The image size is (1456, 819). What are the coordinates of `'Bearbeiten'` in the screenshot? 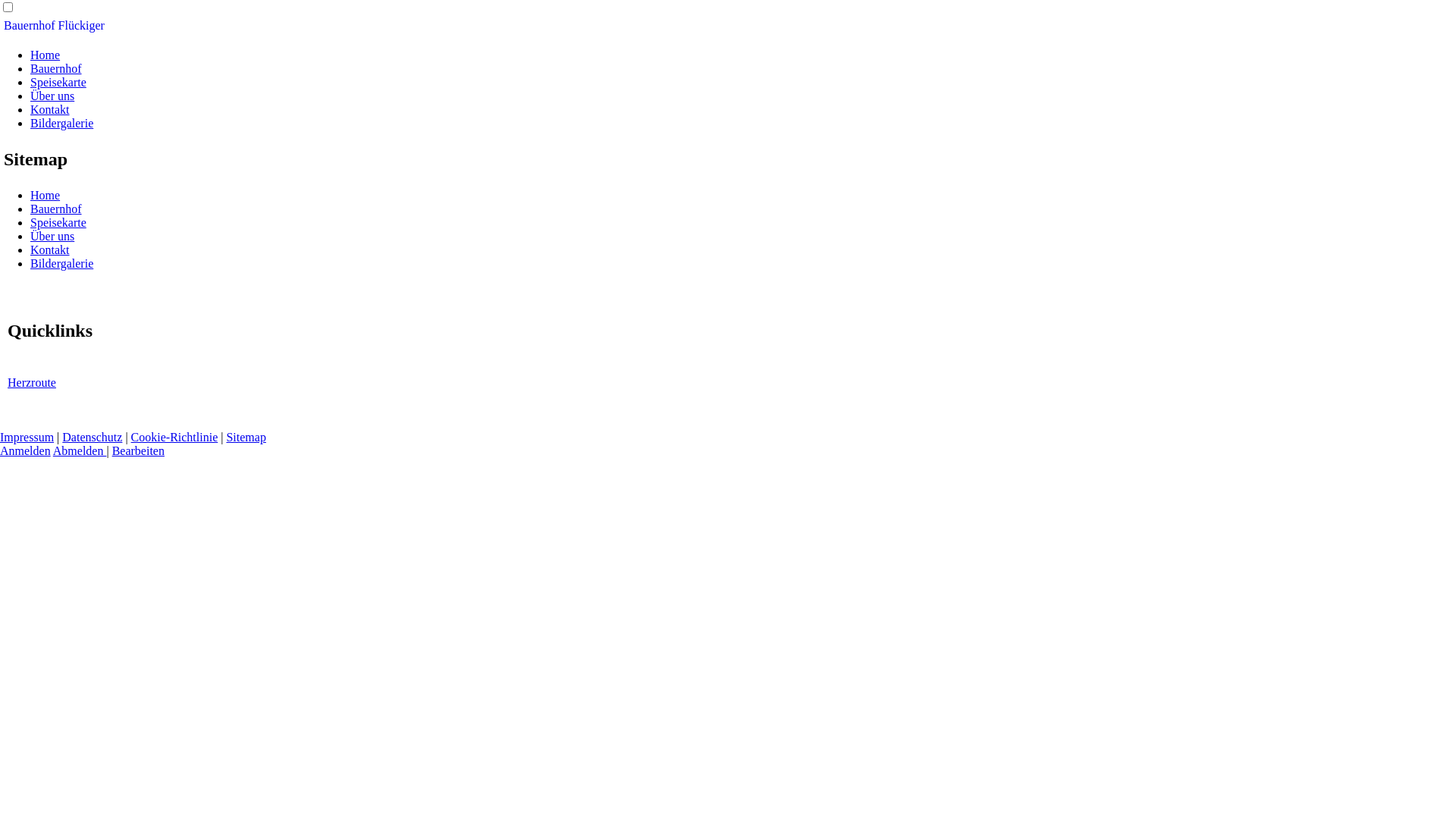 It's located at (138, 450).